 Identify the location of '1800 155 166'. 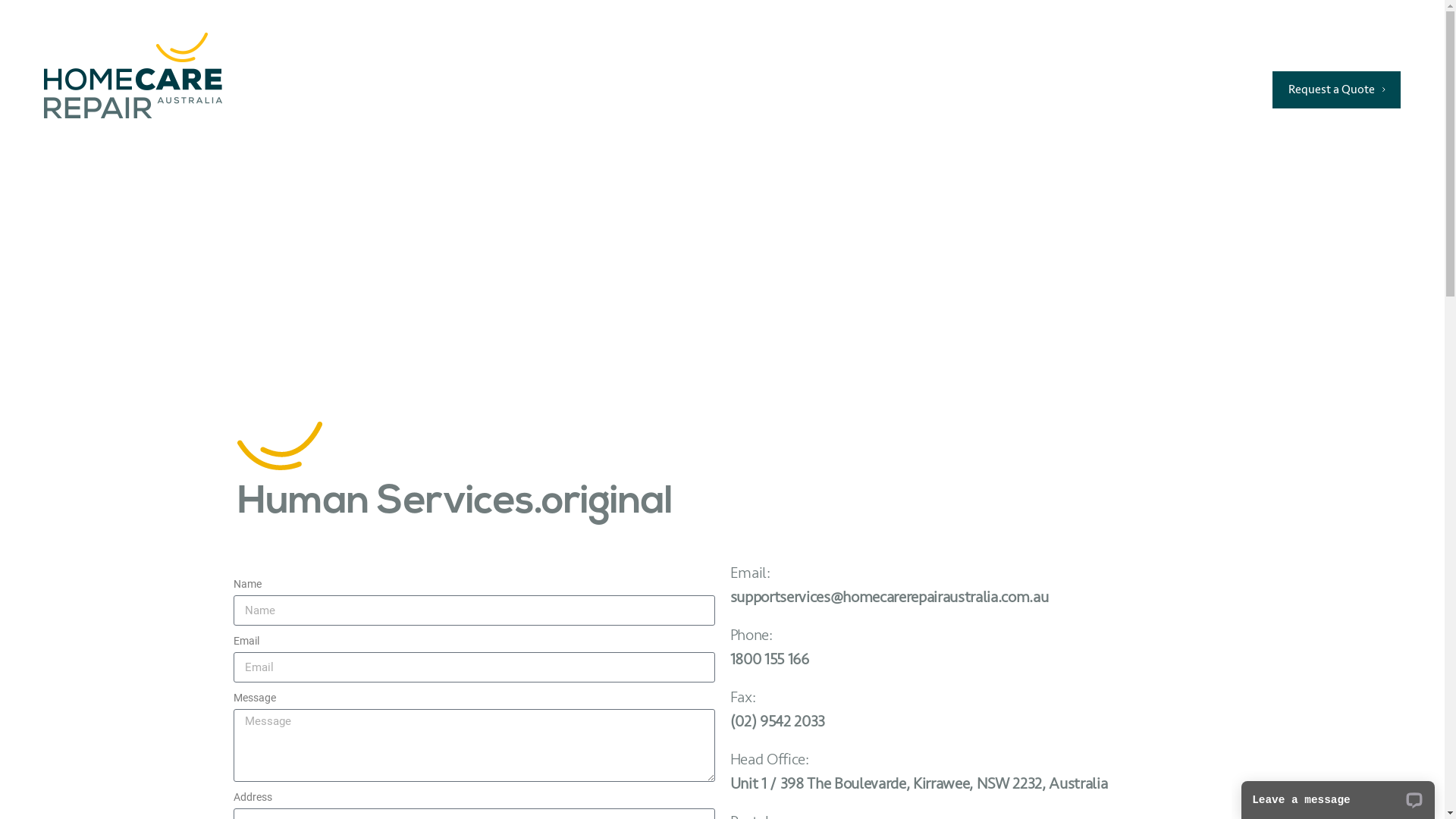
(1316, 51).